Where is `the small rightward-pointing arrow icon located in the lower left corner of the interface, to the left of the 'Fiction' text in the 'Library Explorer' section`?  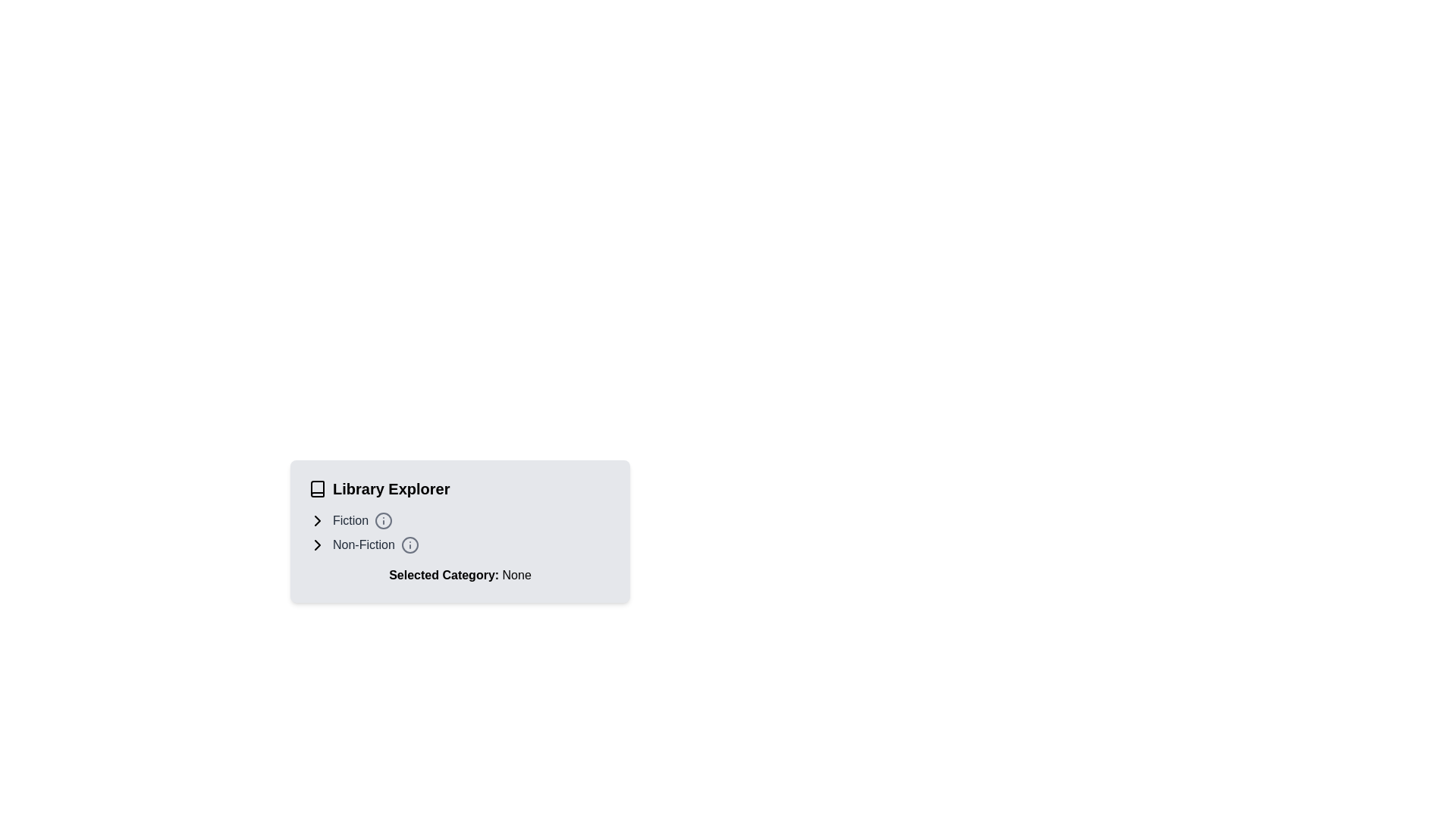 the small rightward-pointing arrow icon located in the lower left corner of the interface, to the left of the 'Fiction' text in the 'Library Explorer' section is located at coordinates (316, 519).